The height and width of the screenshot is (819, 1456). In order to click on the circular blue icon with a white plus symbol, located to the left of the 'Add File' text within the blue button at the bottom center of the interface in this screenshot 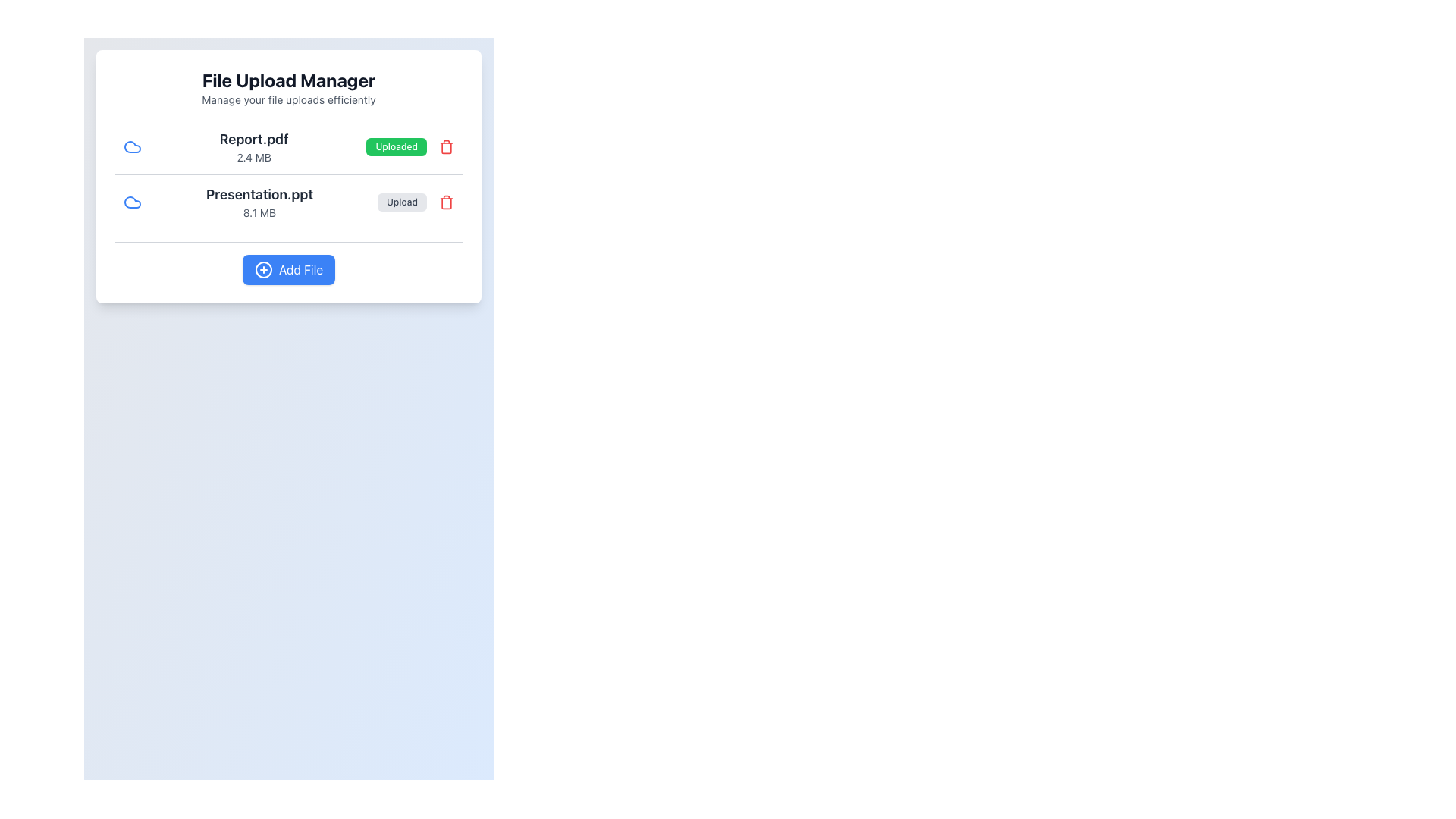, I will do `click(263, 268)`.